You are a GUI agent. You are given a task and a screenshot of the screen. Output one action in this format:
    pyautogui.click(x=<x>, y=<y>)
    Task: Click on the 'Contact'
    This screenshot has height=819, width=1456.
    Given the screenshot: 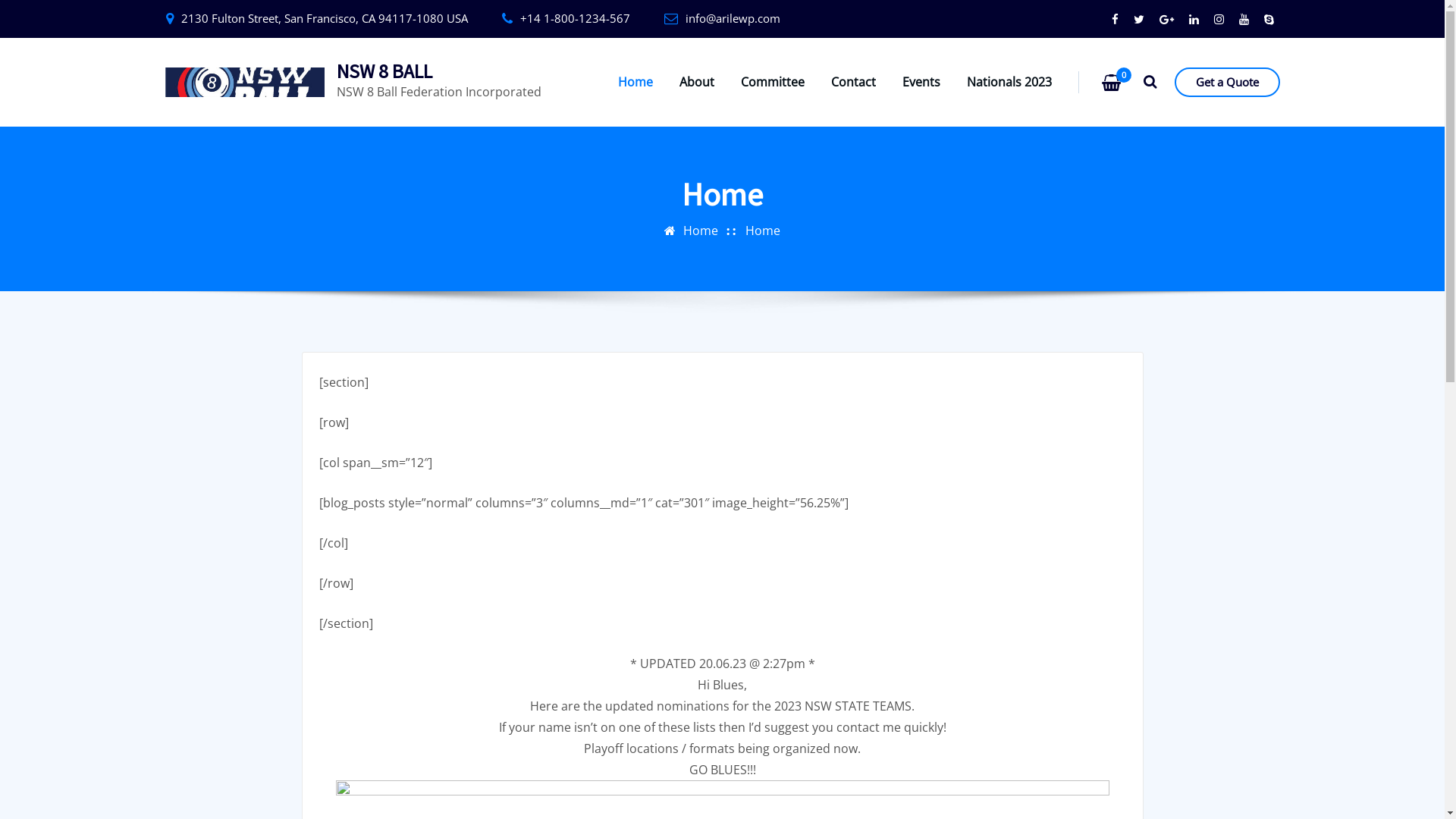 What is the action you would take?
    pyautogui.click(x=853, y=82)
    